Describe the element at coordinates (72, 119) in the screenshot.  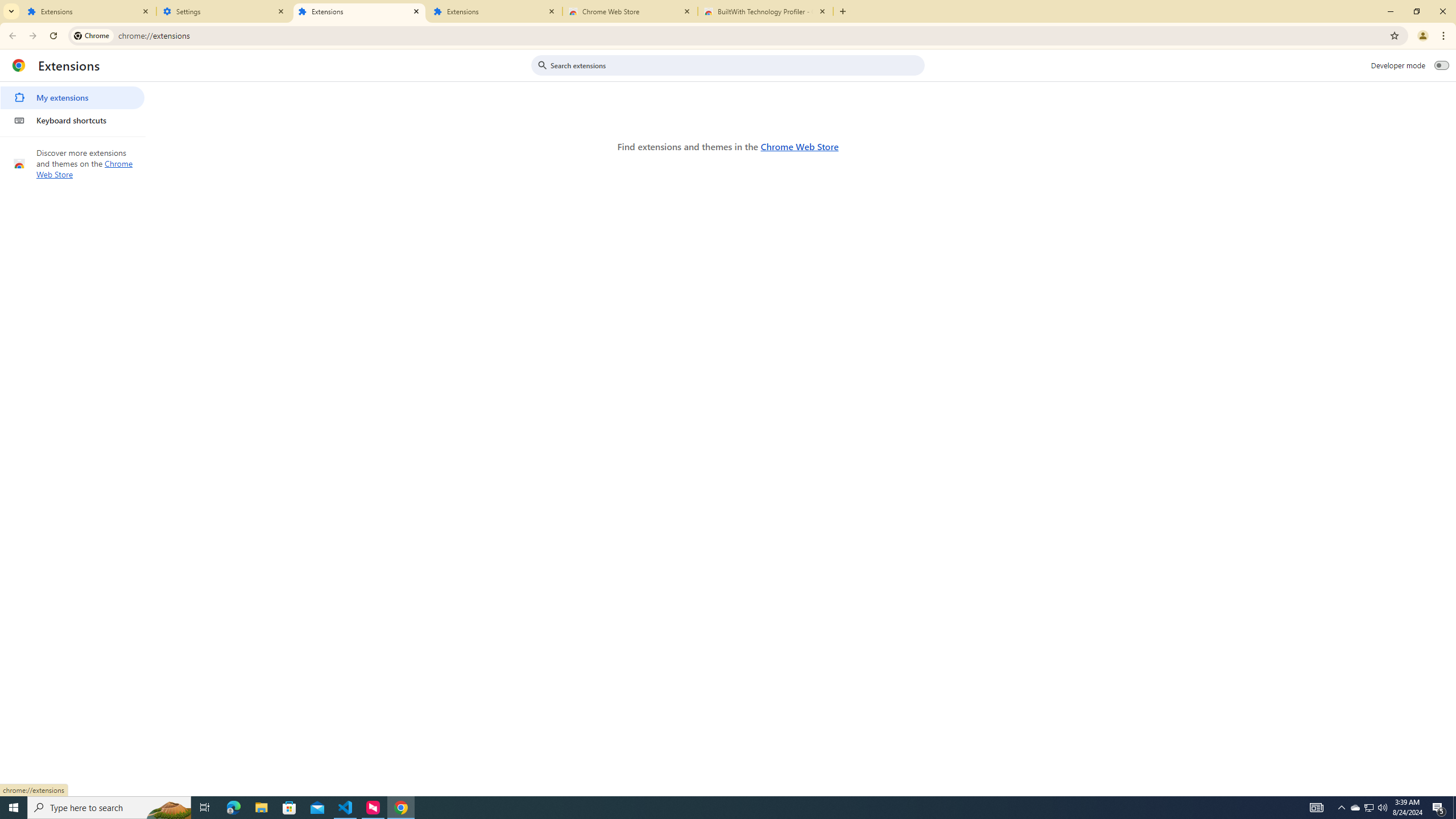
I see `'Keyboard shortcuts'` at that location.